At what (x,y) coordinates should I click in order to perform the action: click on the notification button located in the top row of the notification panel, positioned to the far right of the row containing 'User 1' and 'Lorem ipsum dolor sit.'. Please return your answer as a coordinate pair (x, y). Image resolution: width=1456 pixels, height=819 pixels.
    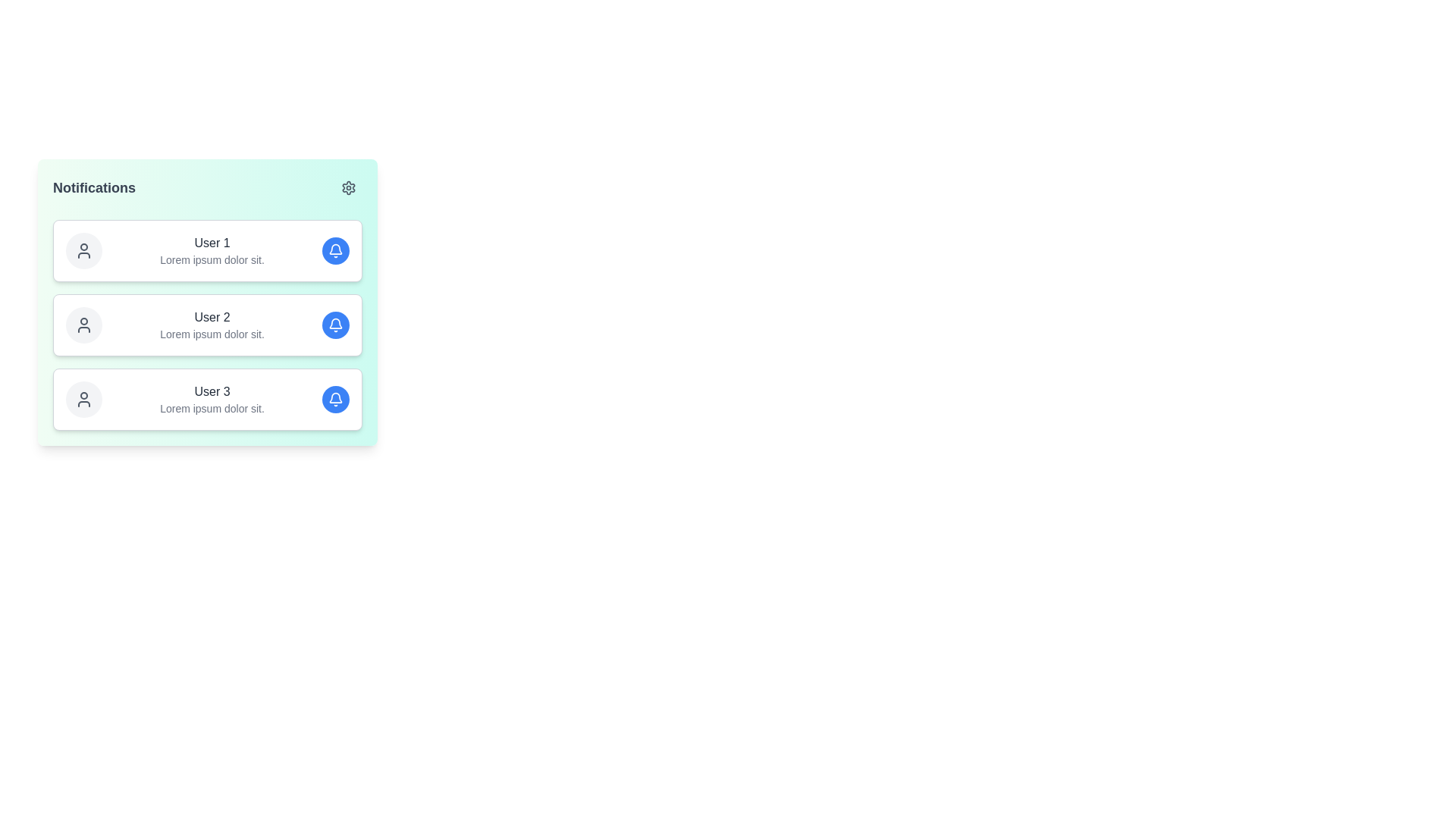
    Looking at the image, I should click on (334, 250).